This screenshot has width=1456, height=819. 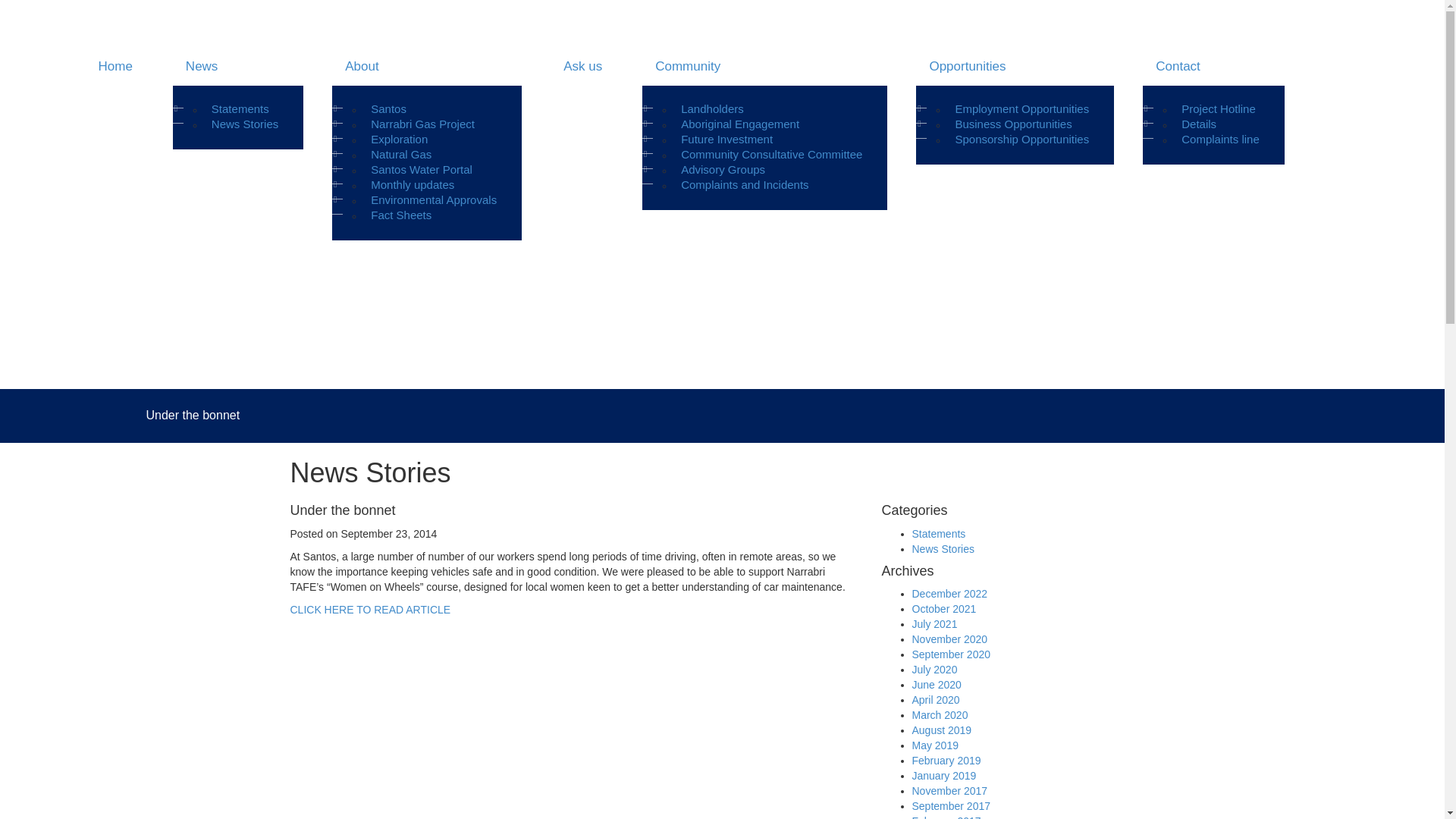 What do you see at coordinates (938, 714) in the screenshot?
I see `'March 2020'` at bounding box center [938, 714].